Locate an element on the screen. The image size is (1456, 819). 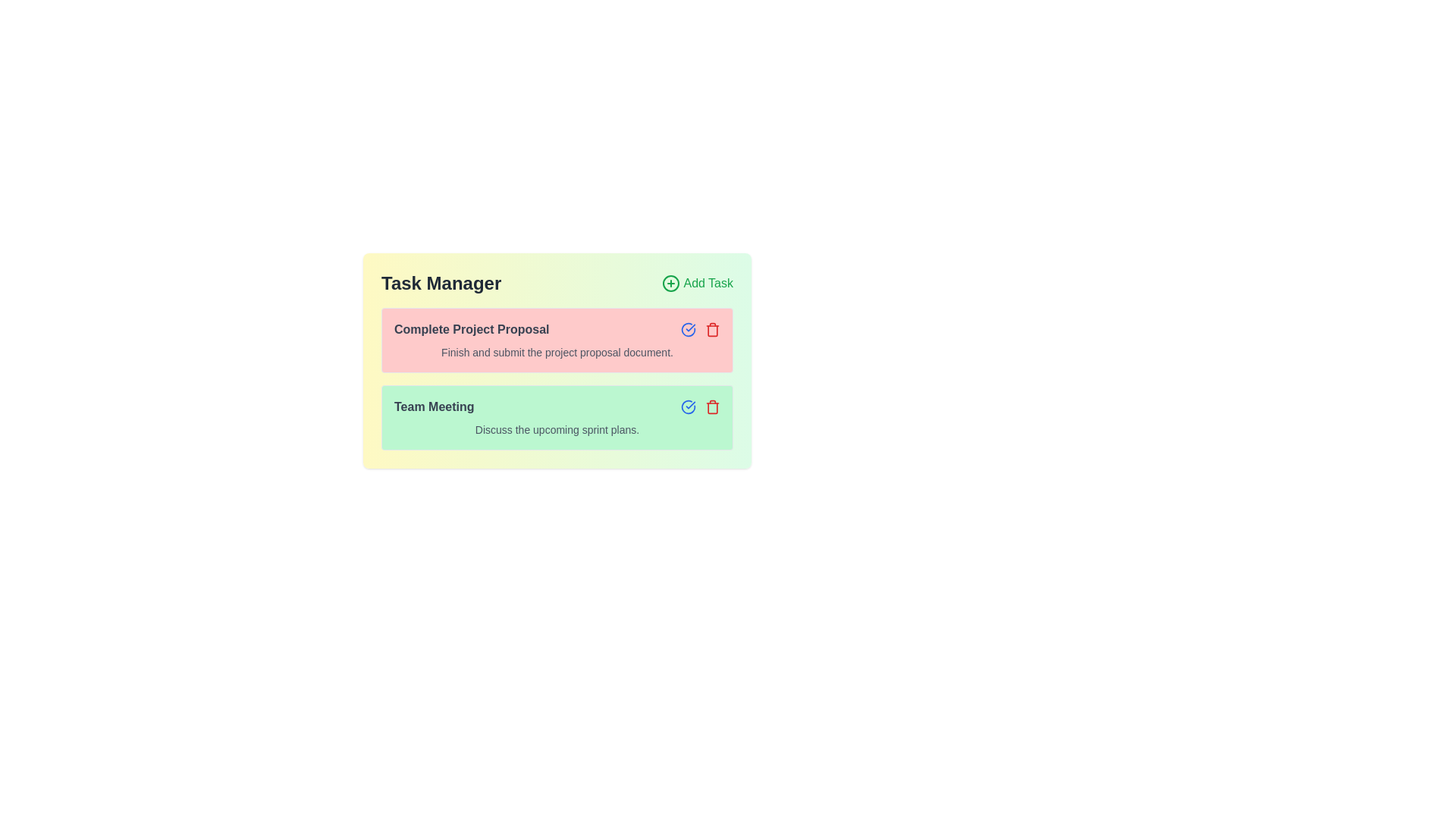
static text label that serves as a header for the card or section, located in the upper-left corner of the rectangular card is located at coordinates (441, 284).